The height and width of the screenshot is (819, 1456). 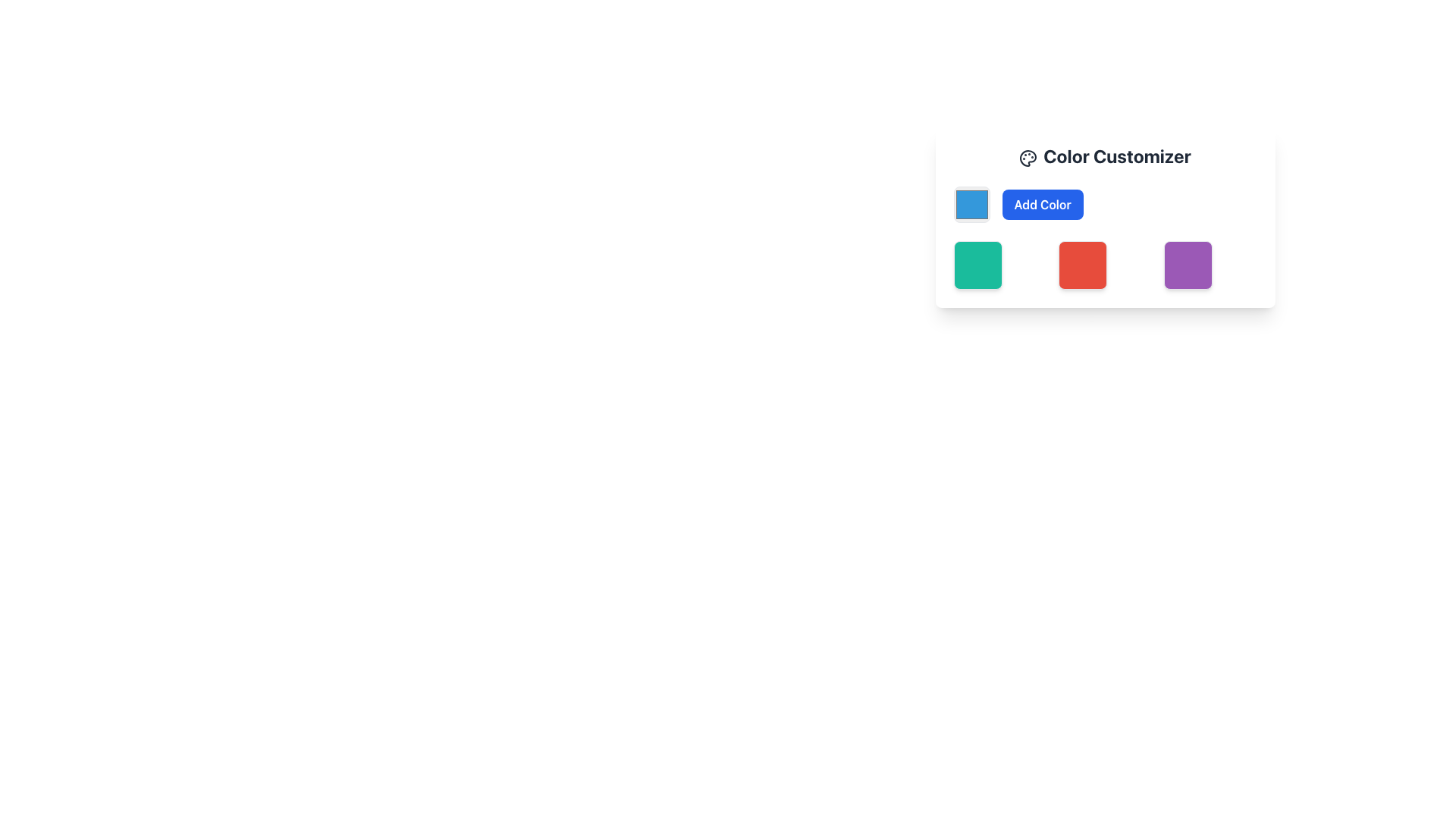 I want to click on the green selectable color box, so click(x=977, y=265).